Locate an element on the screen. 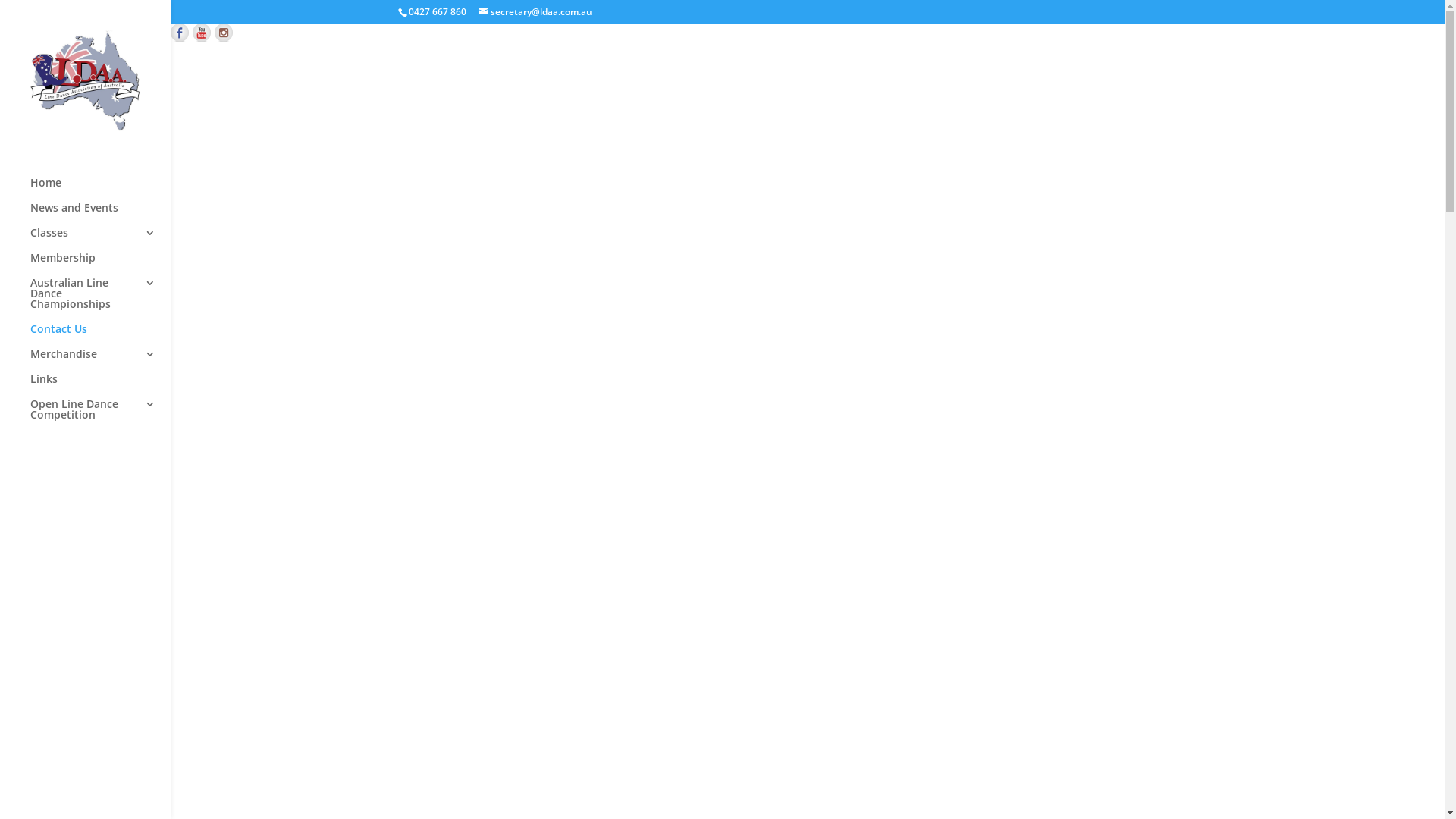  'Home' is located at coordinates (99, 189).